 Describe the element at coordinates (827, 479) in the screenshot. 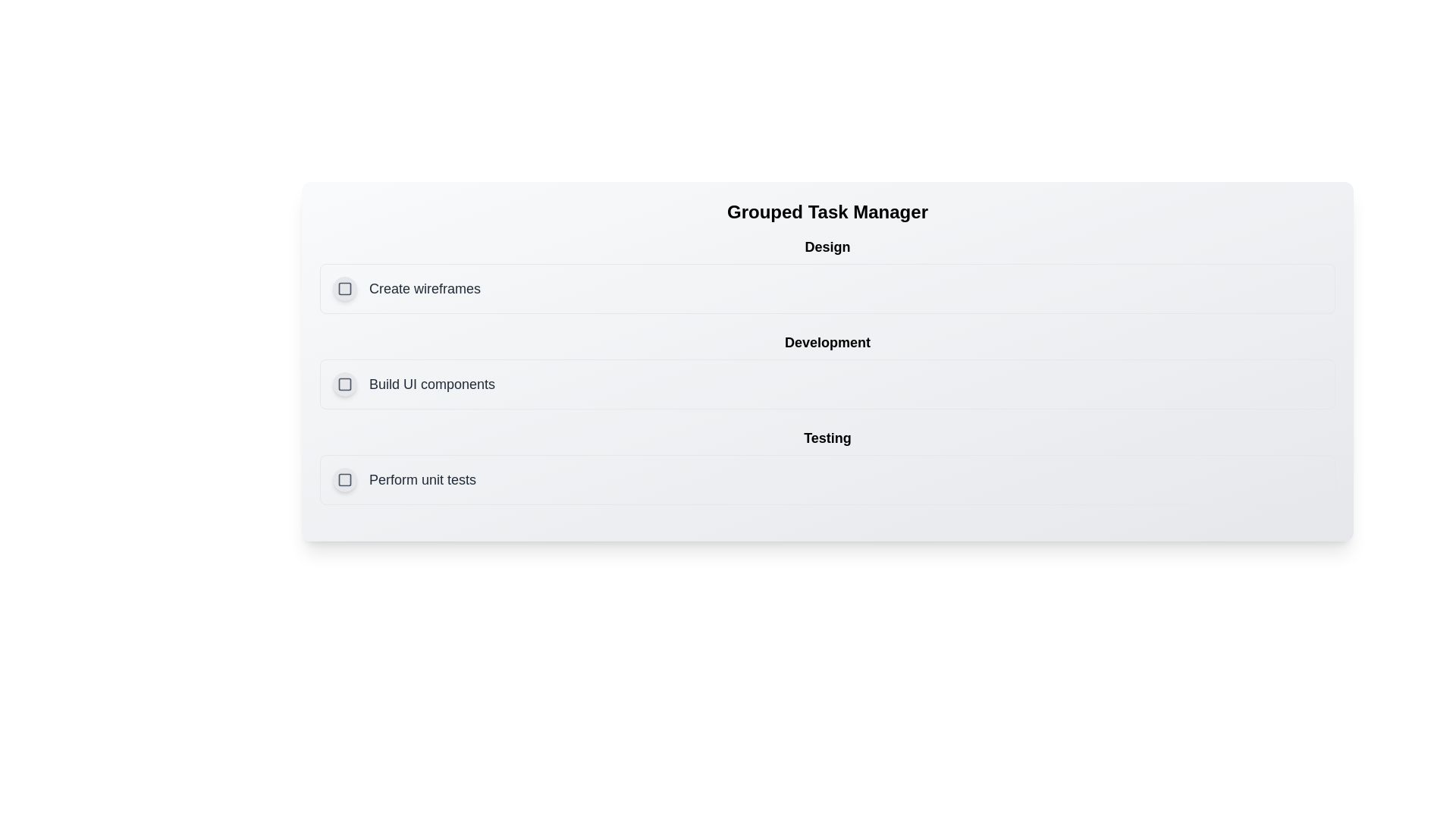

I see `the 'Perform unit tests' checkbox` at that location.